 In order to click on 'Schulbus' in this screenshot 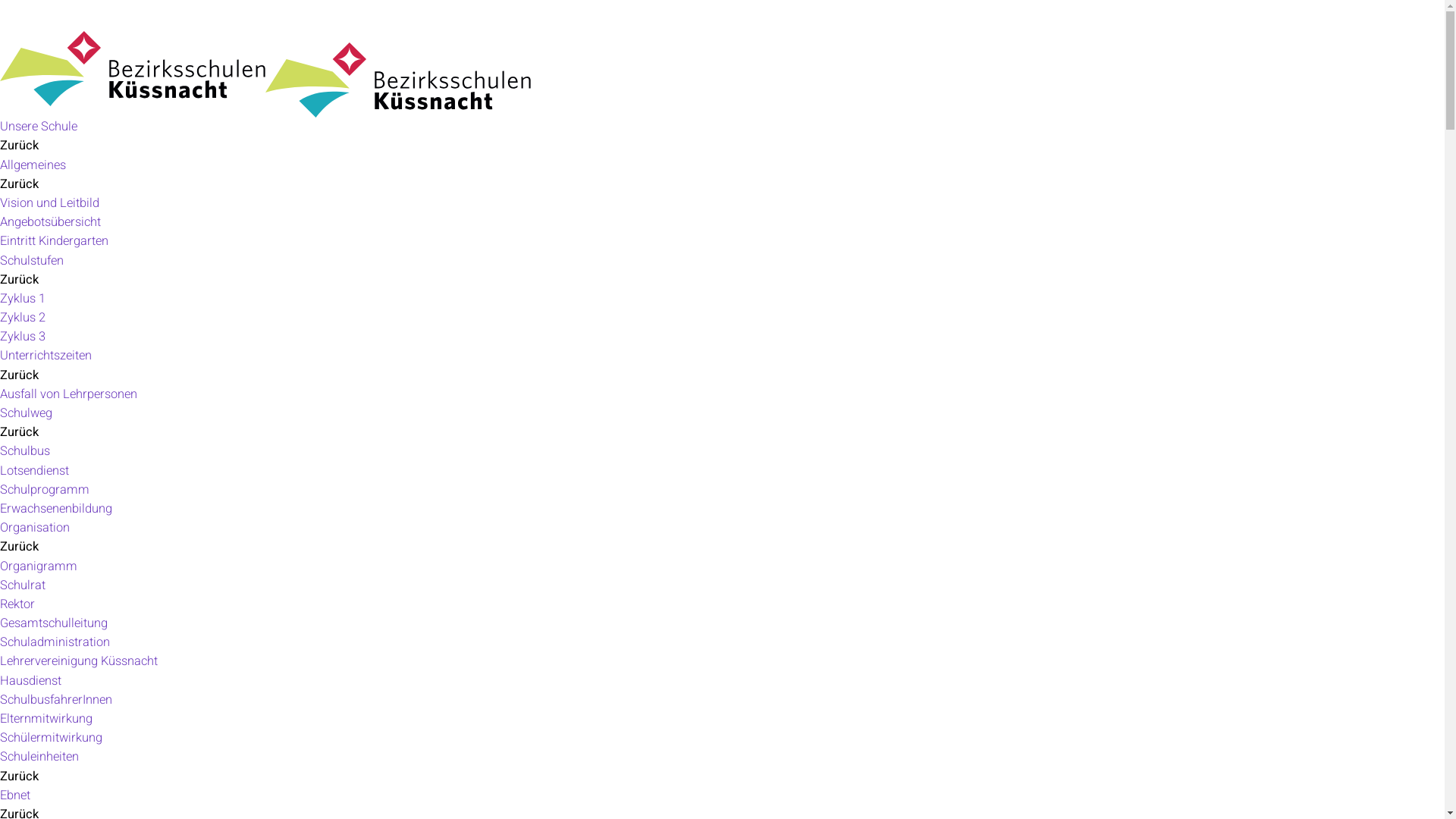, I will do `click(25, 450)`.